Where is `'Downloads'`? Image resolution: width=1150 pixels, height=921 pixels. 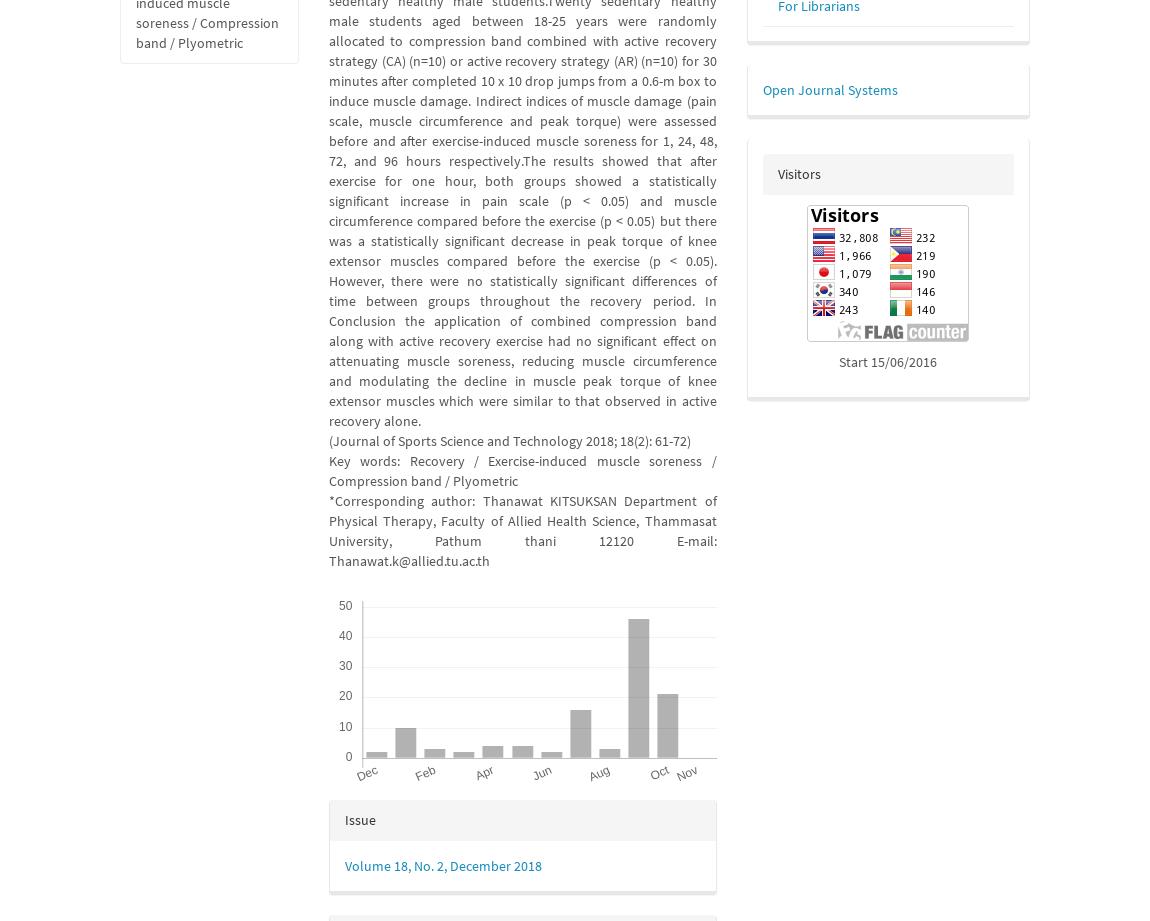 'Downloads' is located at coordinates (361, 591).